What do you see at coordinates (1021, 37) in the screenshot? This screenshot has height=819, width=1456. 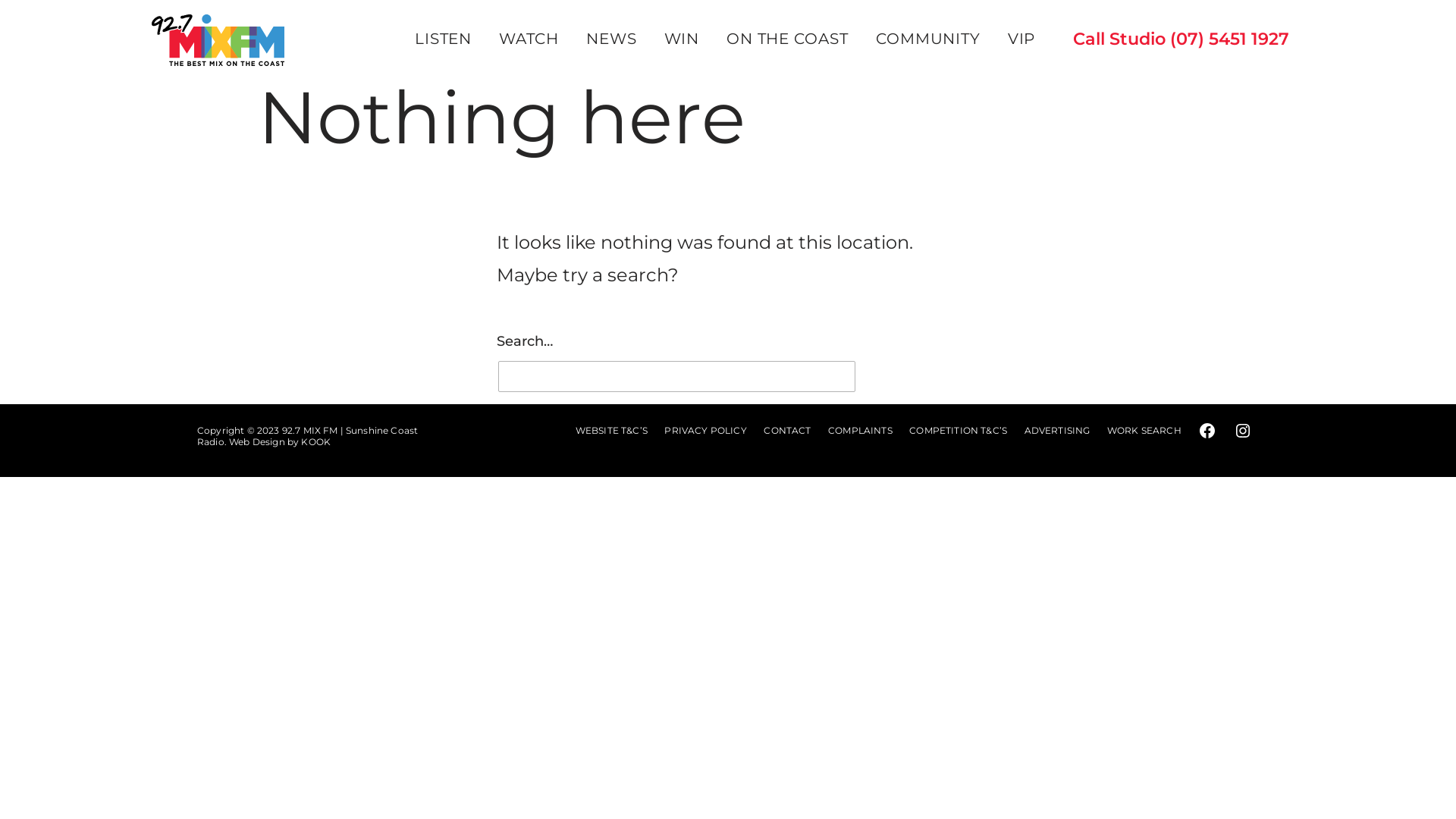 I see `'VIP'` at bounding box center [1021, 37].